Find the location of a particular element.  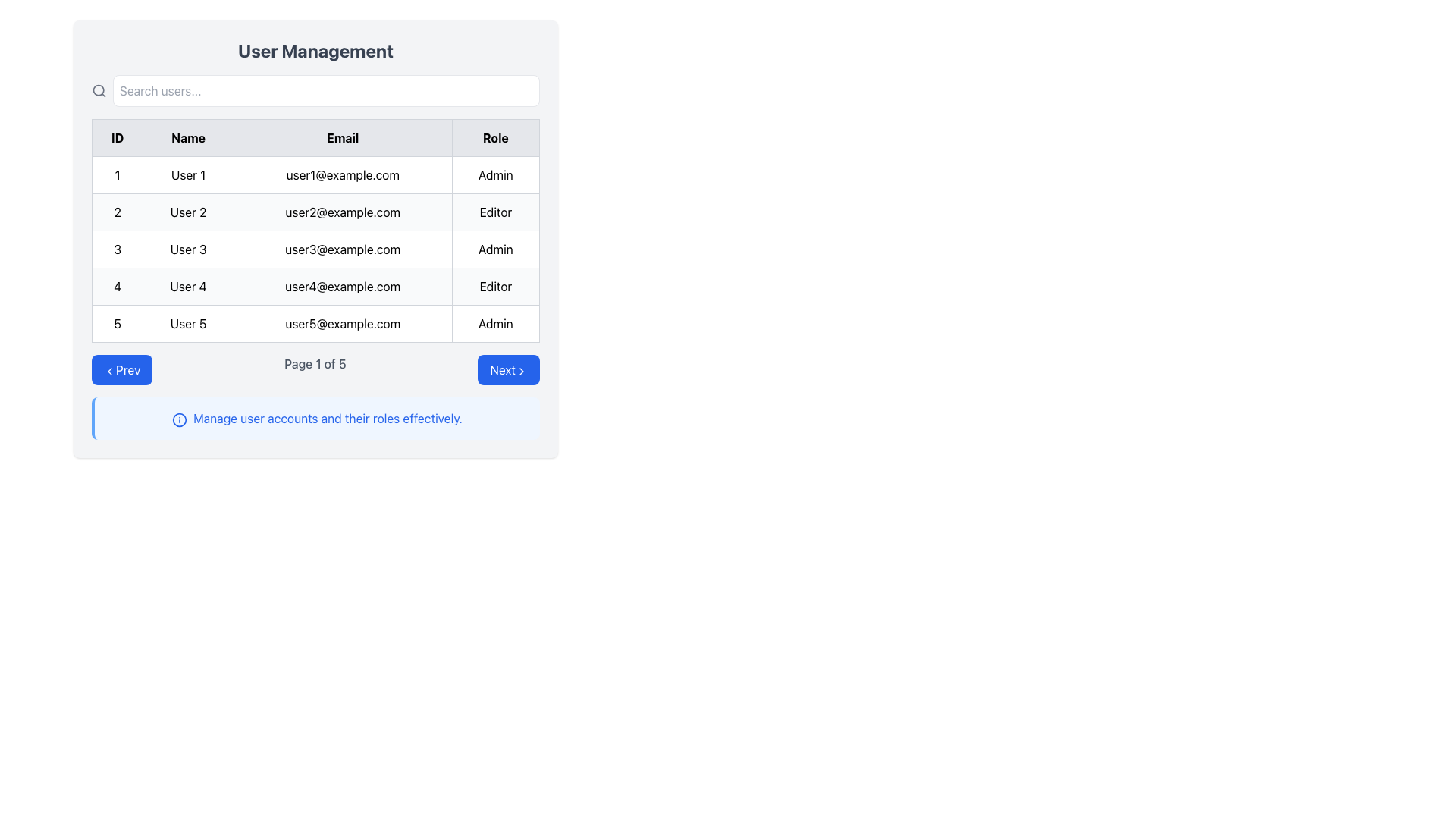

the static text cell displaying the role assigned to 'User 4' in the user management table, located in the fourth row and last column of the table is located at coordinates (495, 287).